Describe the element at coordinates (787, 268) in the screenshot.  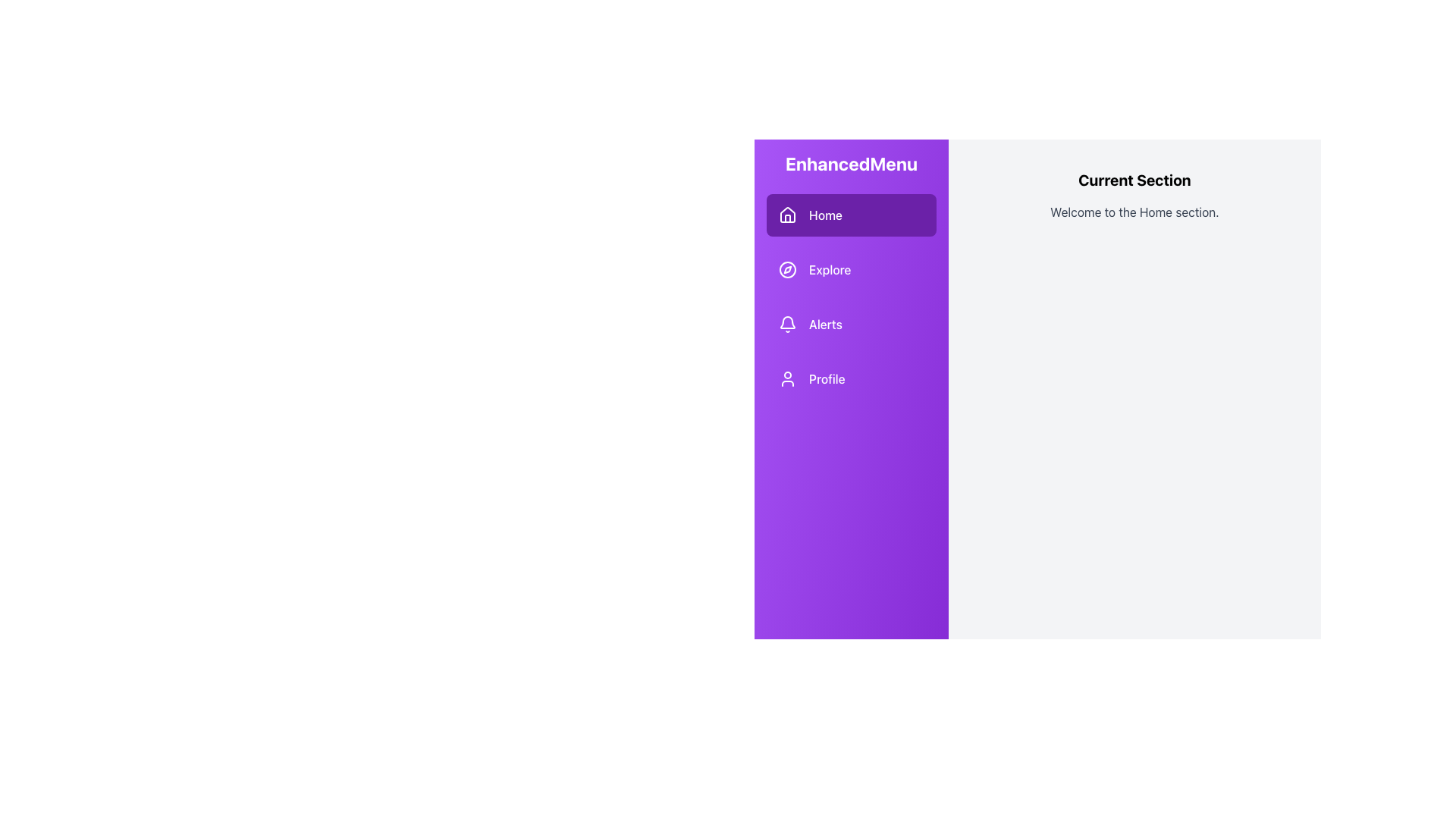
I see `the 'Explore' navigation icon located in the side navigation bar, which is positioned second in the list of options` at that location.